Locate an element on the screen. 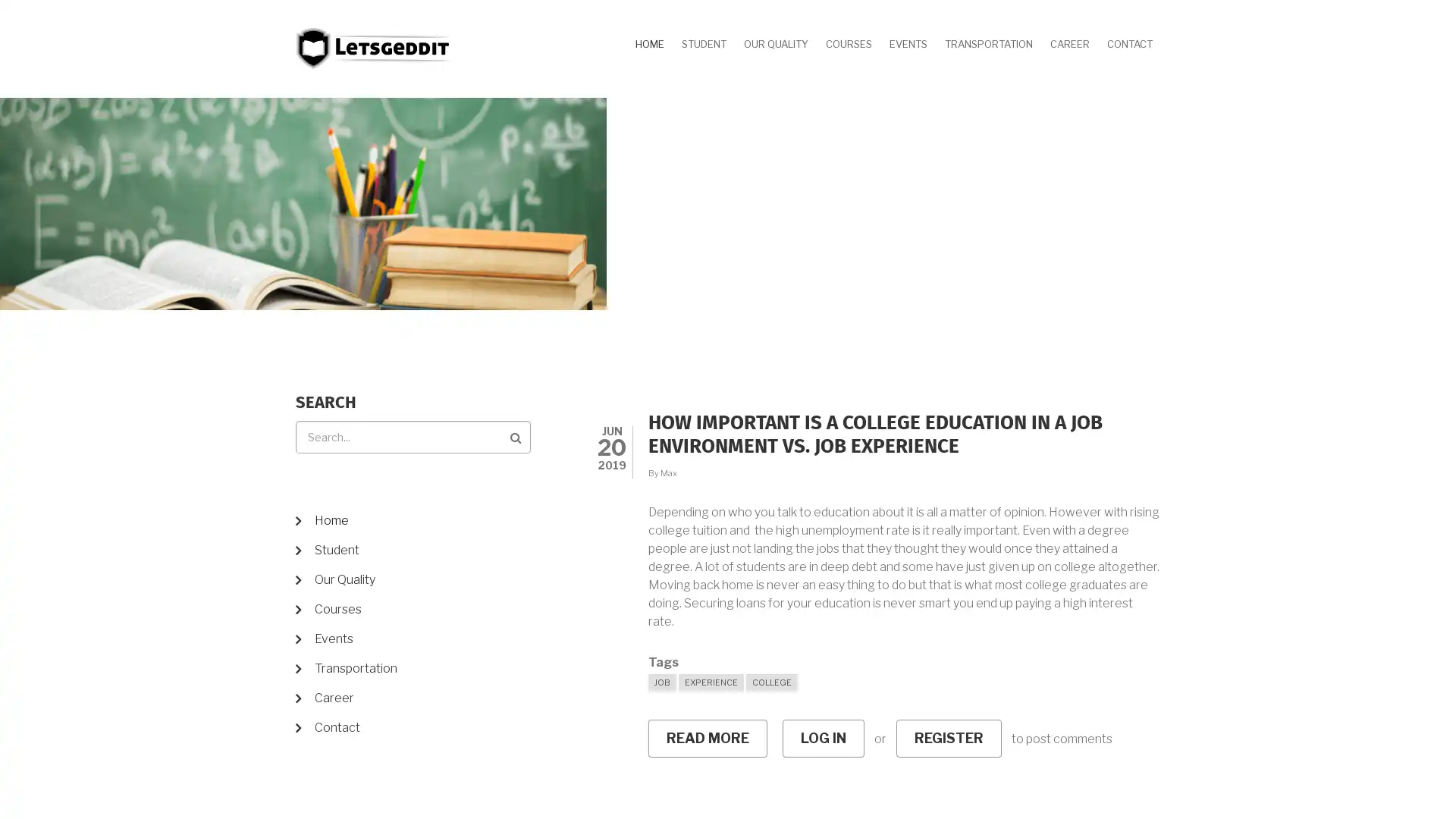 Image resolution: width=1456 pixels, height=819 pixels. Search is located at coordinates (519, 437).